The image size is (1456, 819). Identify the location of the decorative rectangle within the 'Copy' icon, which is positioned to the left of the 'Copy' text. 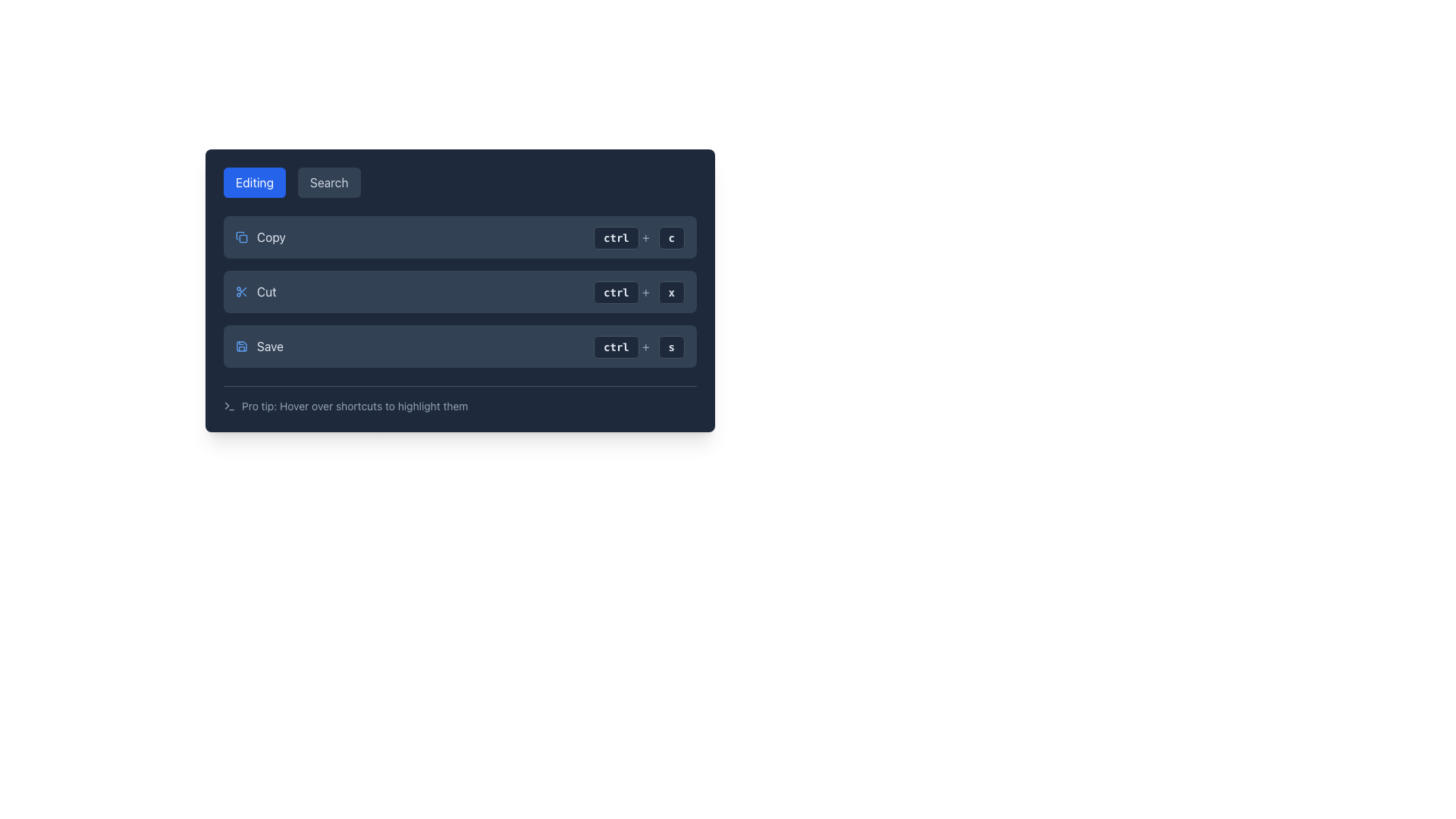
(243, 239).